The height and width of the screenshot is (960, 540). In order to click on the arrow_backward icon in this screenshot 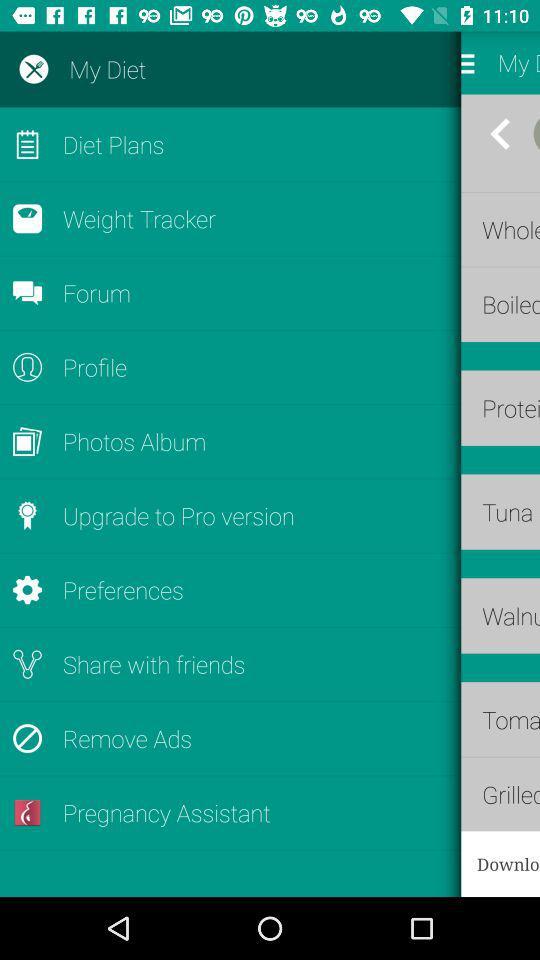, I will do `click(499, 133)`.